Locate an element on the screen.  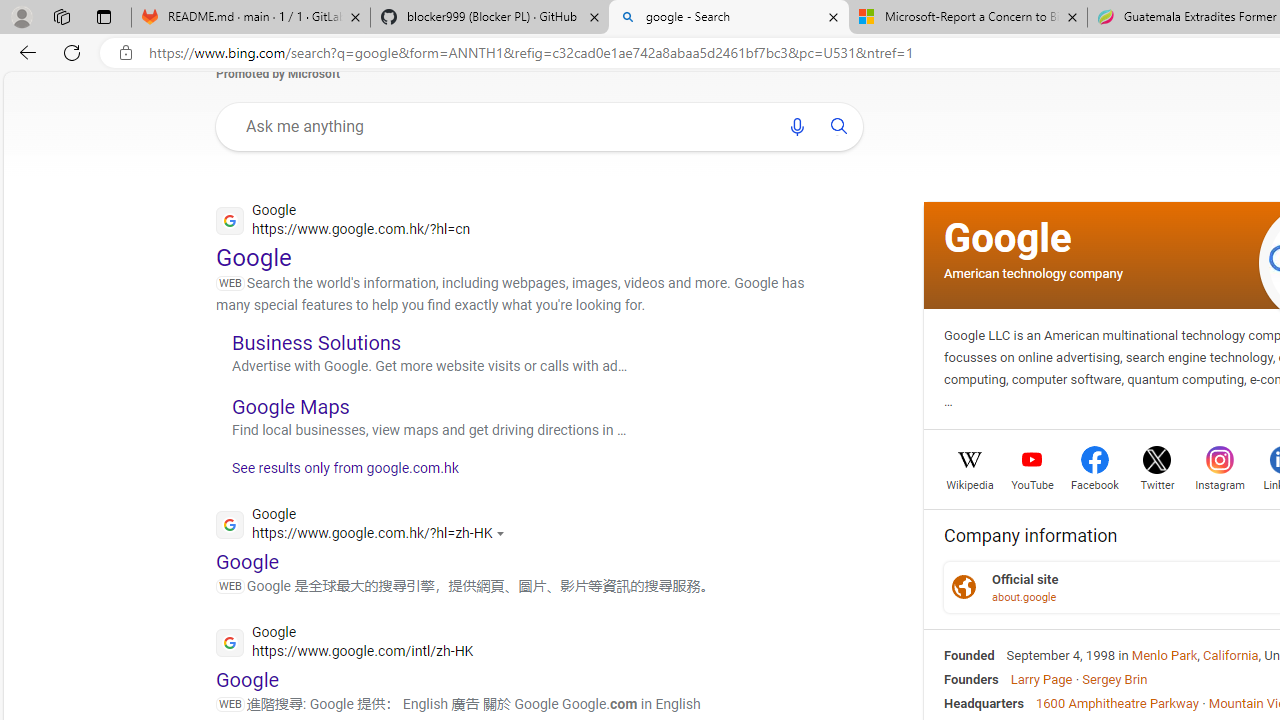
'Sergey Brin' is located at coordinates (1113, 677).